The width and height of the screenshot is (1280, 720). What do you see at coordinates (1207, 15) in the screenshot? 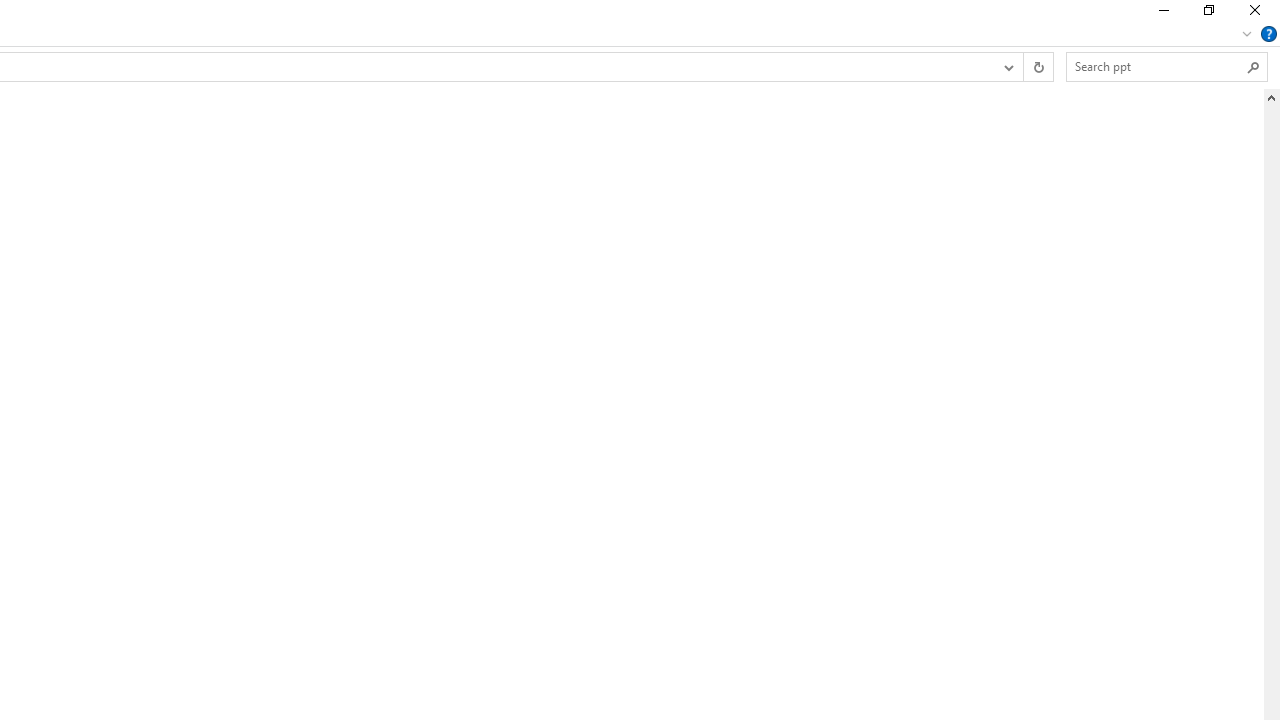
I see `'Restore'` at bounding box center [1207, 15].